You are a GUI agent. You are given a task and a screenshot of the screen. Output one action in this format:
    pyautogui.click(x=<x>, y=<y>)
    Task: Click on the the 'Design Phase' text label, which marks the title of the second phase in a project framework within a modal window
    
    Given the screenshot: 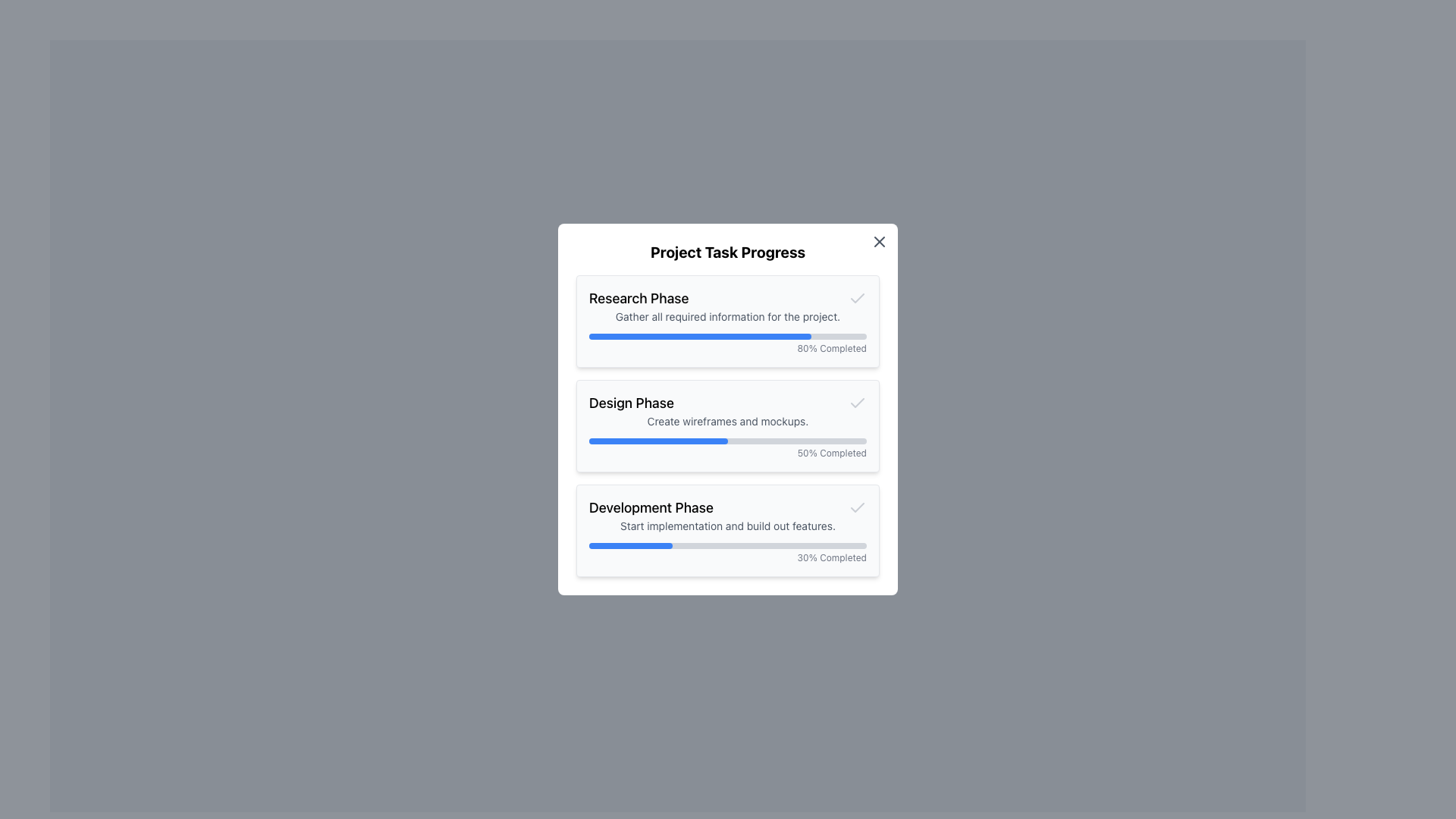 What is the action you would take?
    pyautogui.click(x=631, y=403)
    